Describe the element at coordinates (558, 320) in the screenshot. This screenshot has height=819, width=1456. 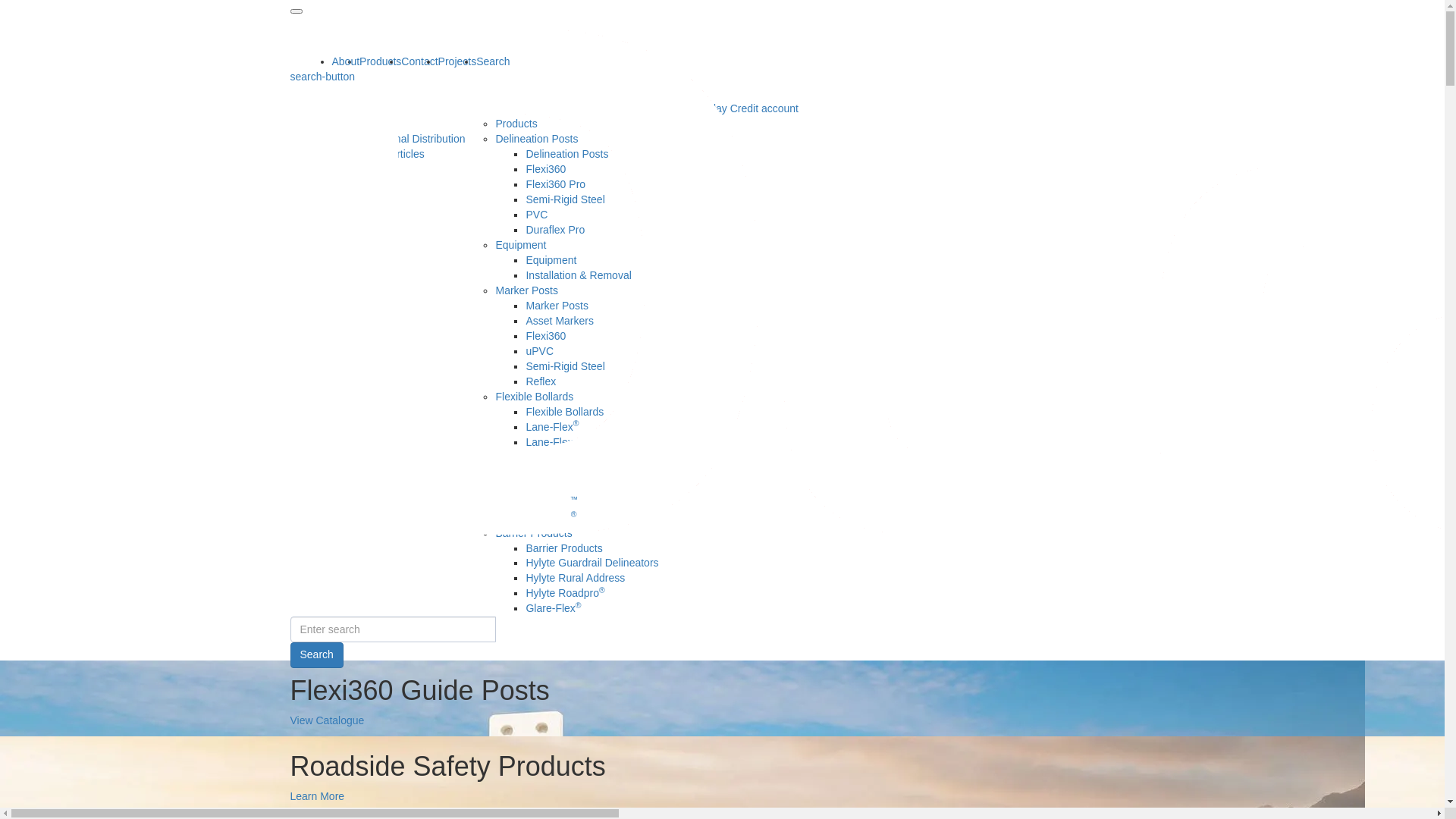
I see `'Asset Markers'` at that location.